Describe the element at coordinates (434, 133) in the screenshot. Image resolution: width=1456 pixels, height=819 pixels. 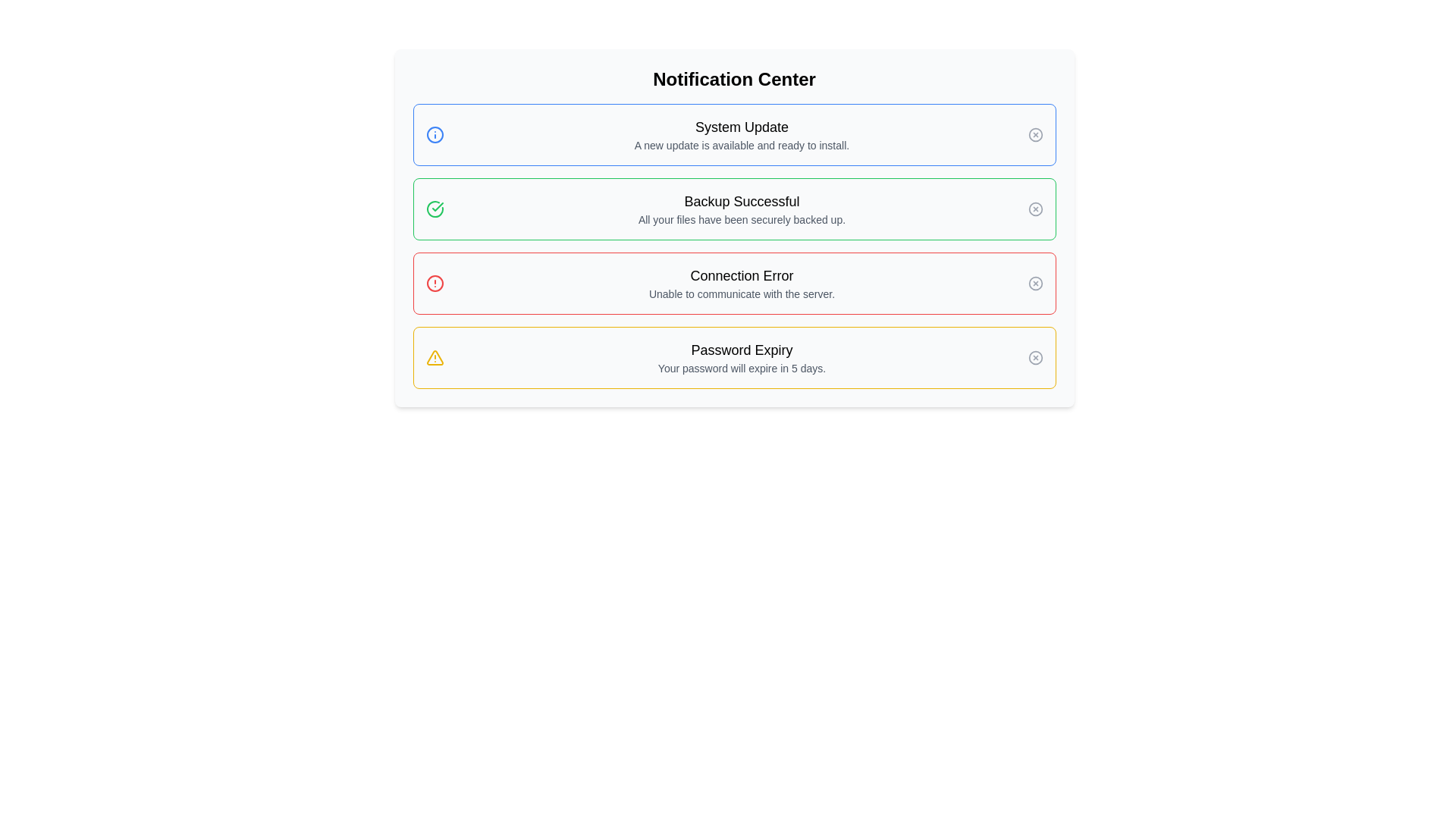
I see `the first SVG Circle element in the notification center, which has no fill color and a stroke applied` at that location.